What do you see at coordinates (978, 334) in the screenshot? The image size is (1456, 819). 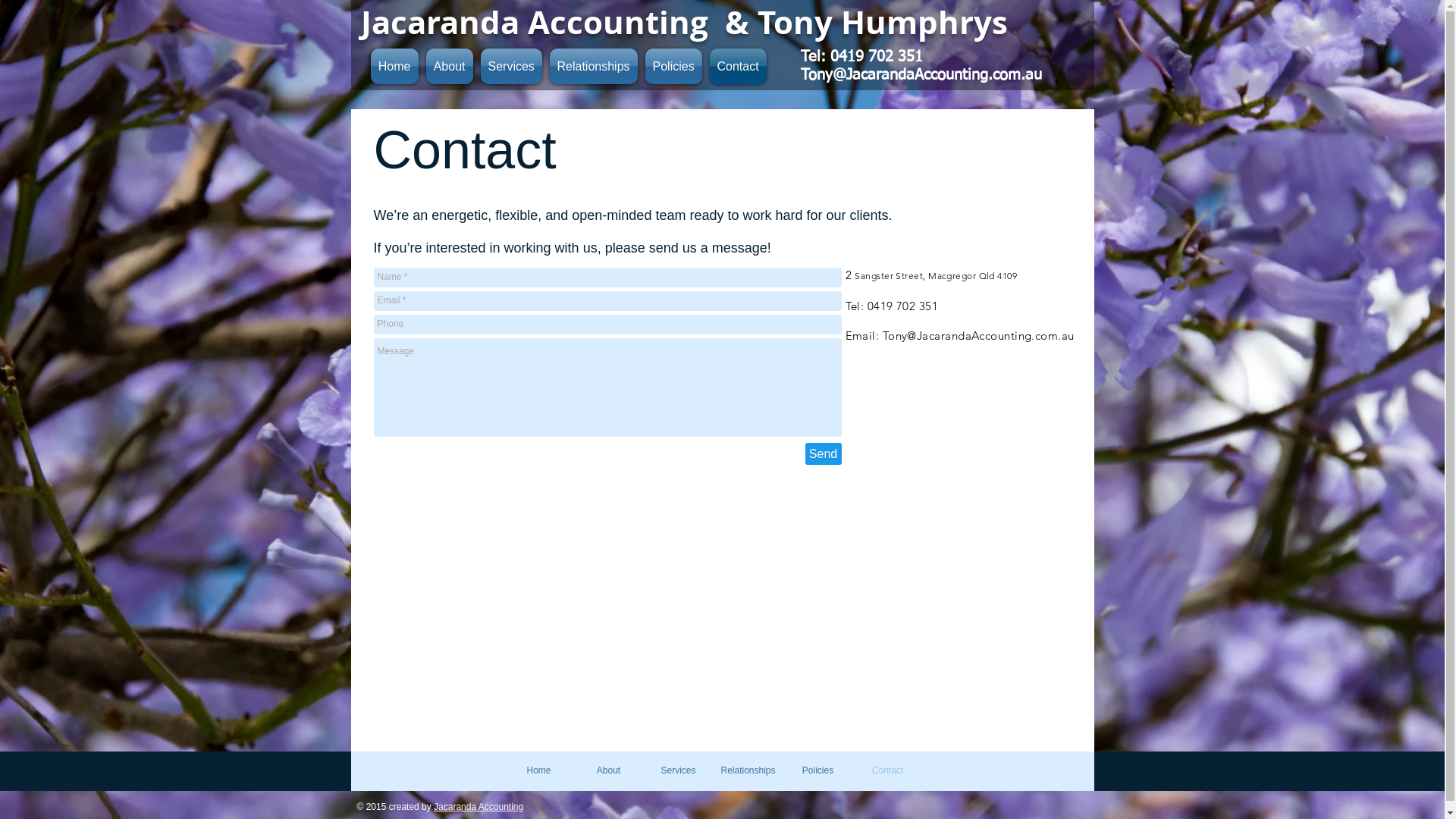 I see `'Tony@JacarandaAccounting.com.au'` at bounding box center [978, 334].